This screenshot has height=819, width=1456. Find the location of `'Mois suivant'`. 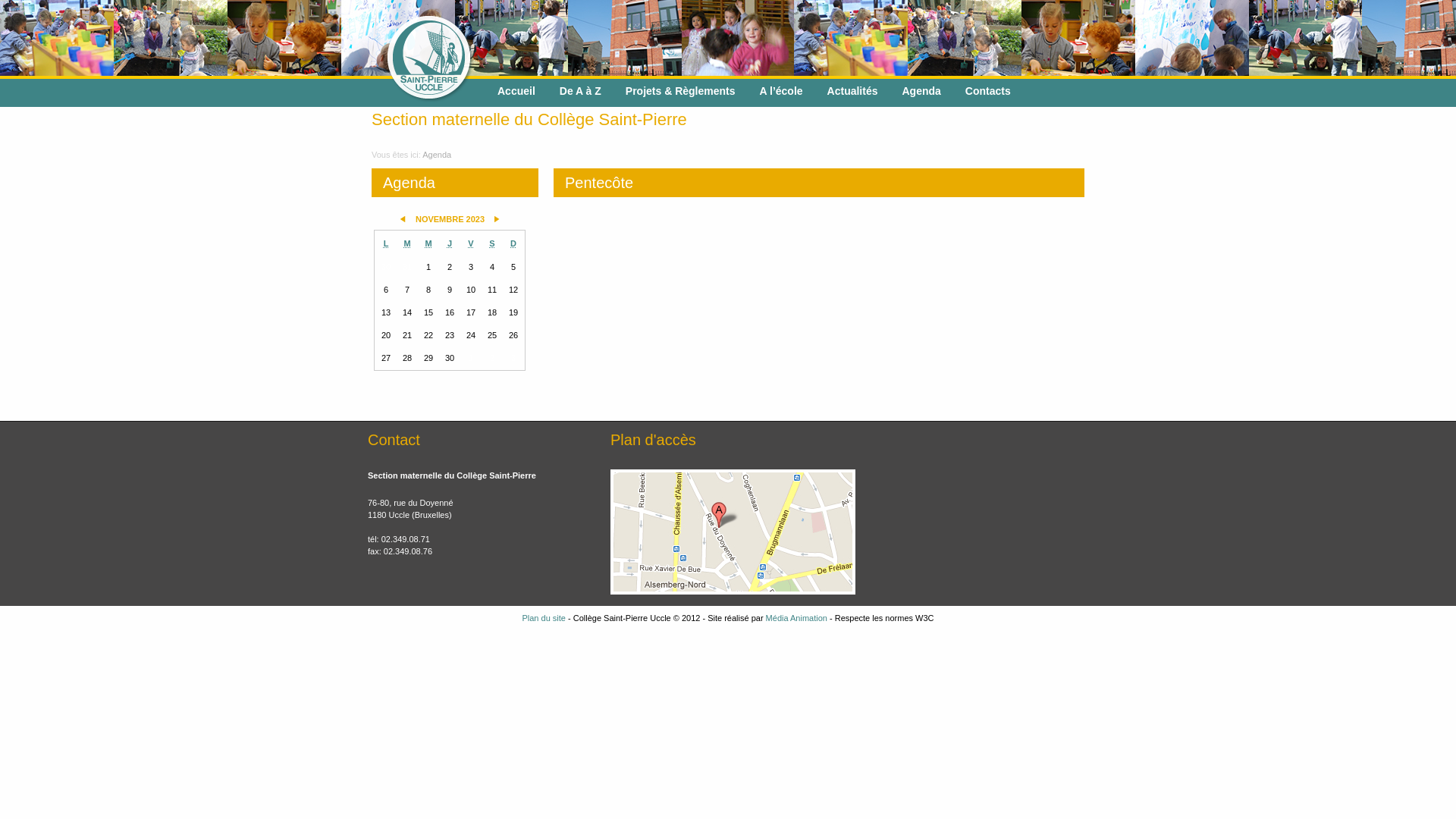

'Mois suivant' is located at coordinates (497, 219).